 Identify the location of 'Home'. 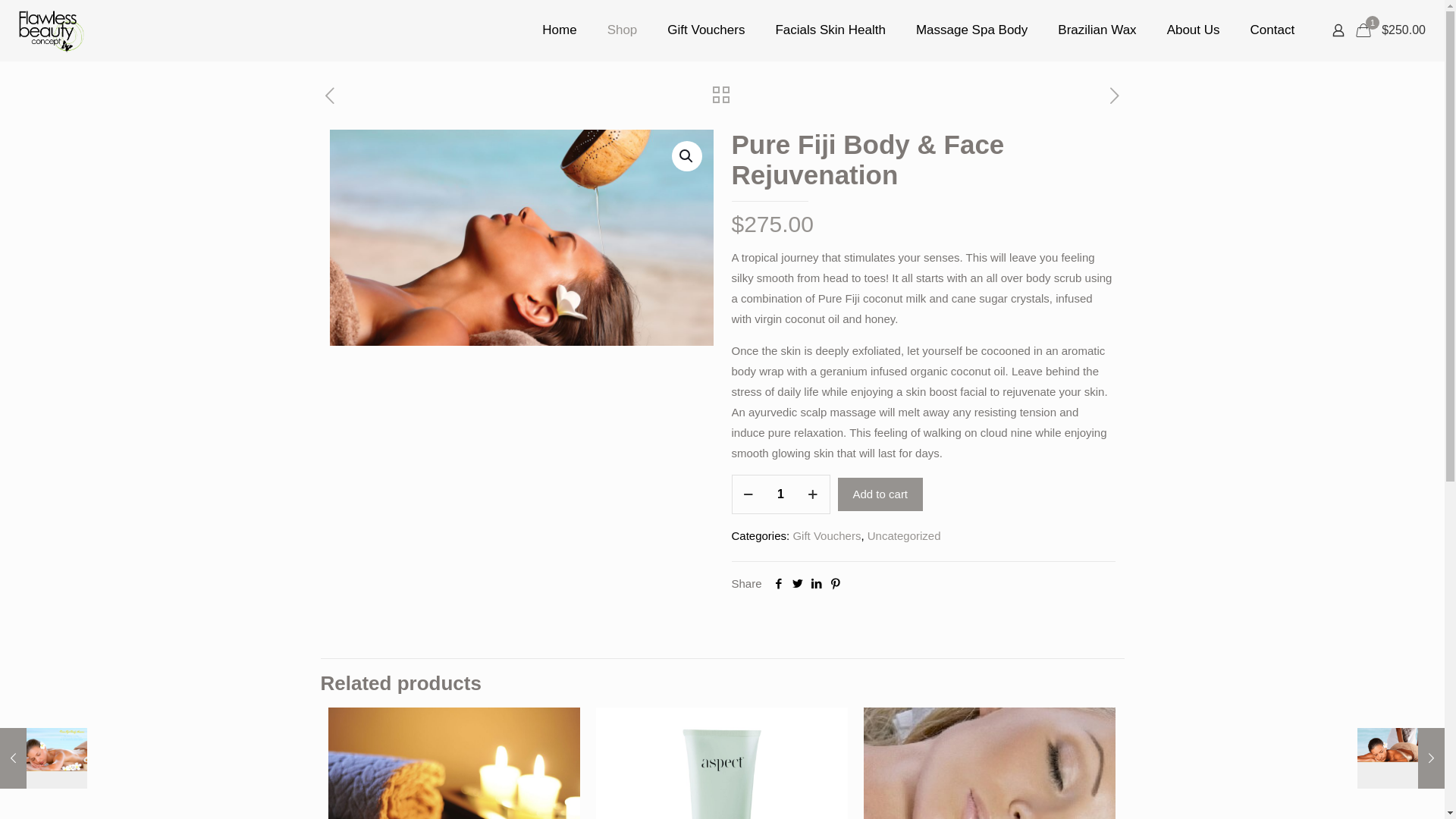
(558, 30).